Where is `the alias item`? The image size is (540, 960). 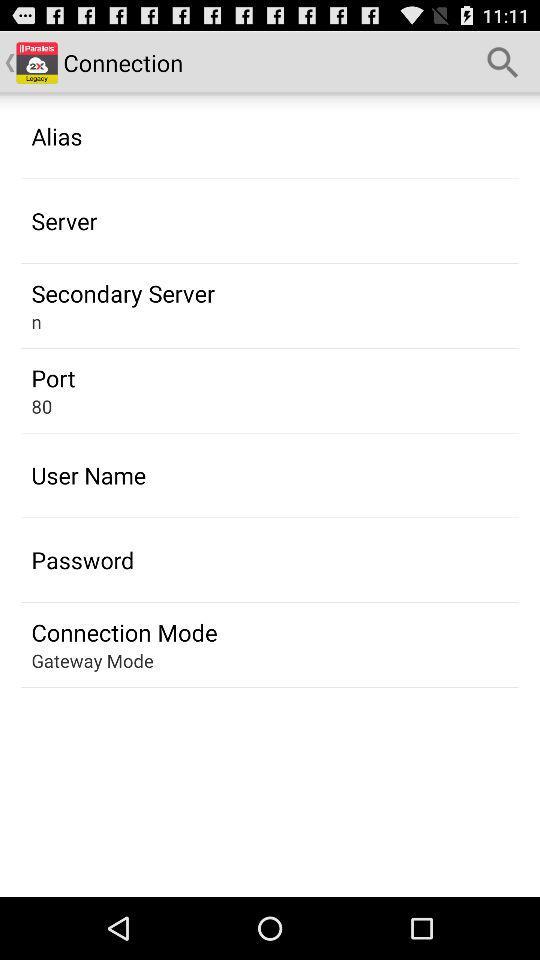 the alias item is located at coordinates (57, 135).